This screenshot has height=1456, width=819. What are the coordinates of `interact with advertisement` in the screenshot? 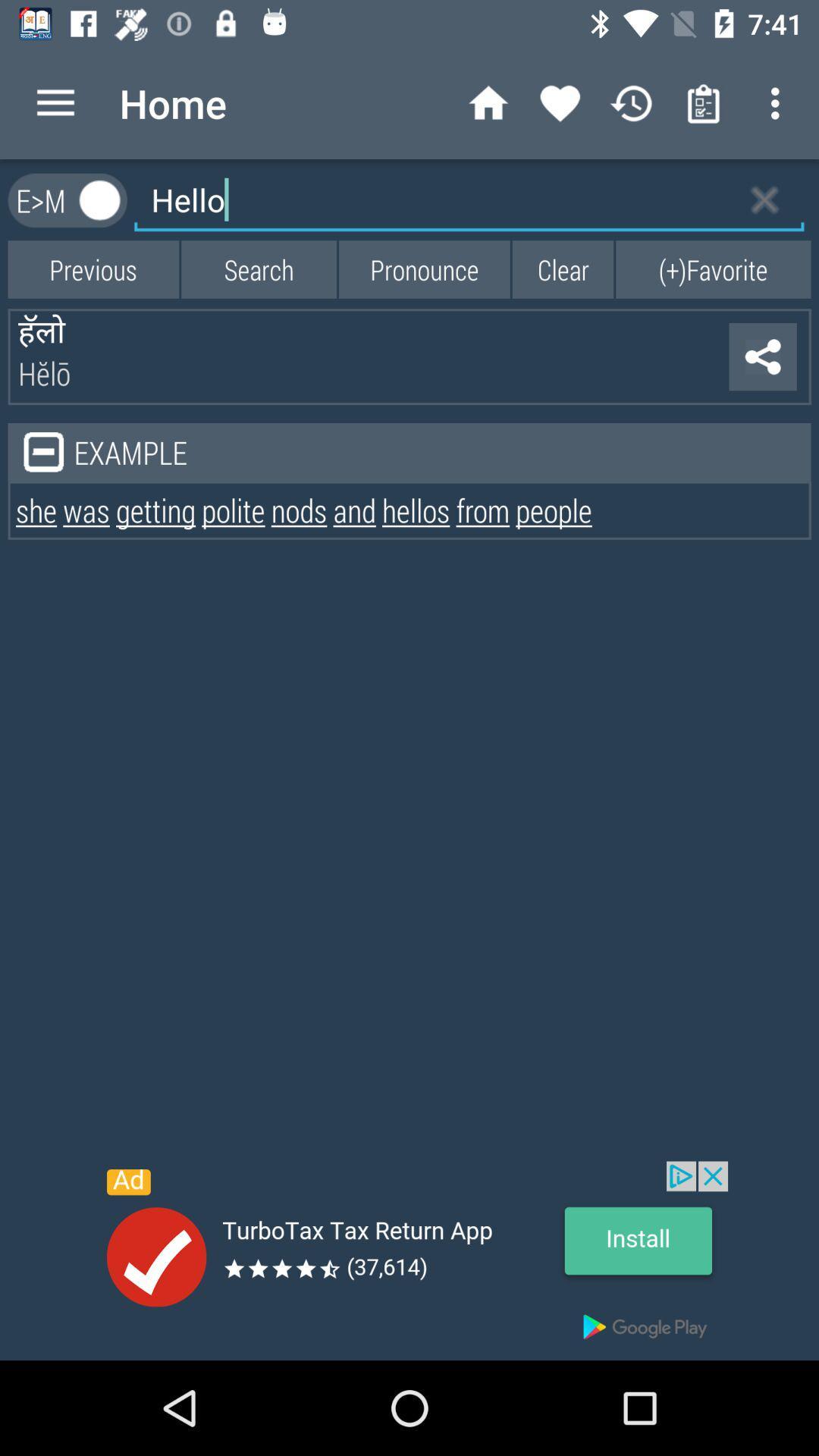 It's located at (409, 1260).